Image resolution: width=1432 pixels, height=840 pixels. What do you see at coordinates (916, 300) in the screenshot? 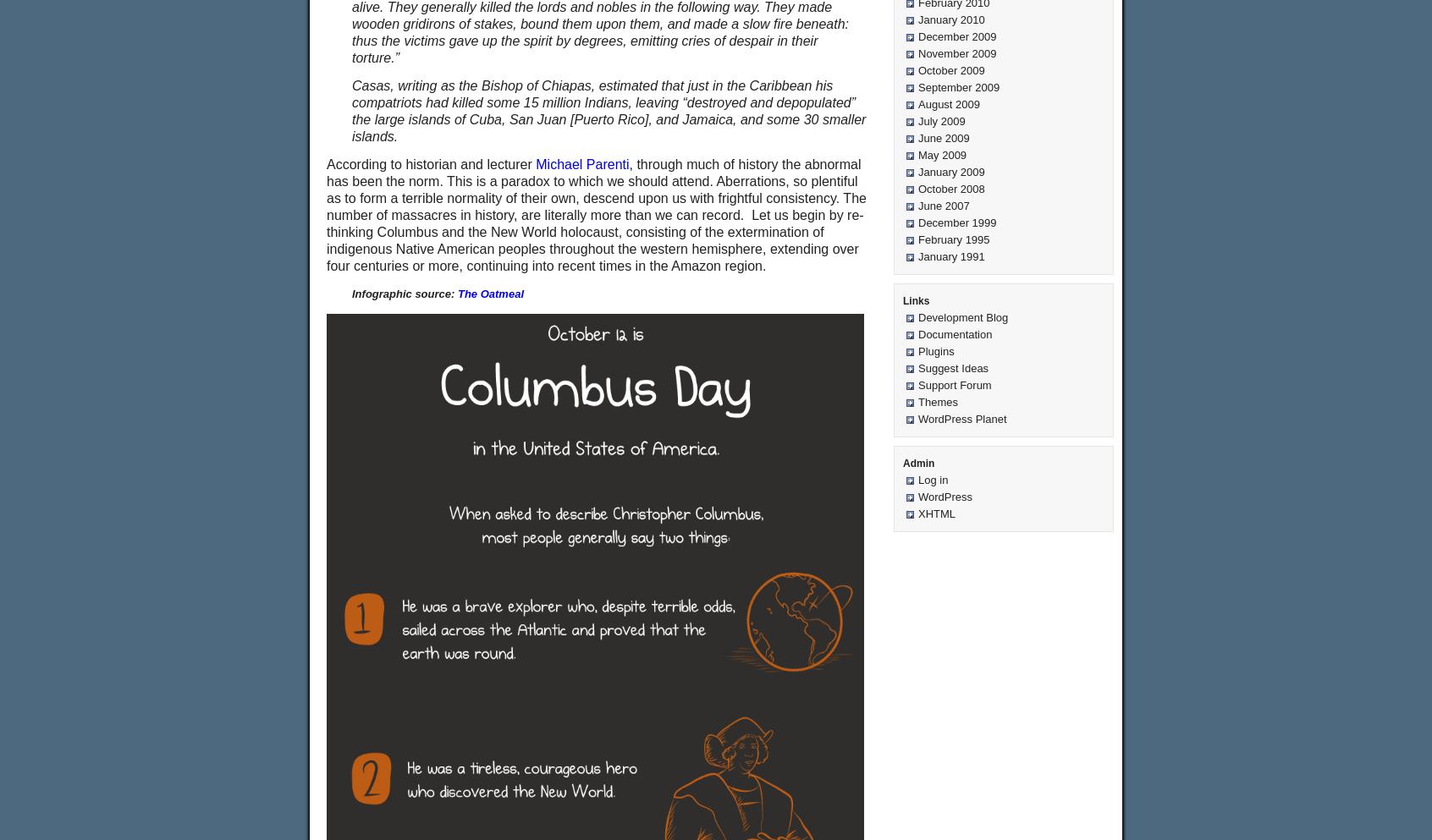
I see `'Links'` at bounding box center [916, 300].